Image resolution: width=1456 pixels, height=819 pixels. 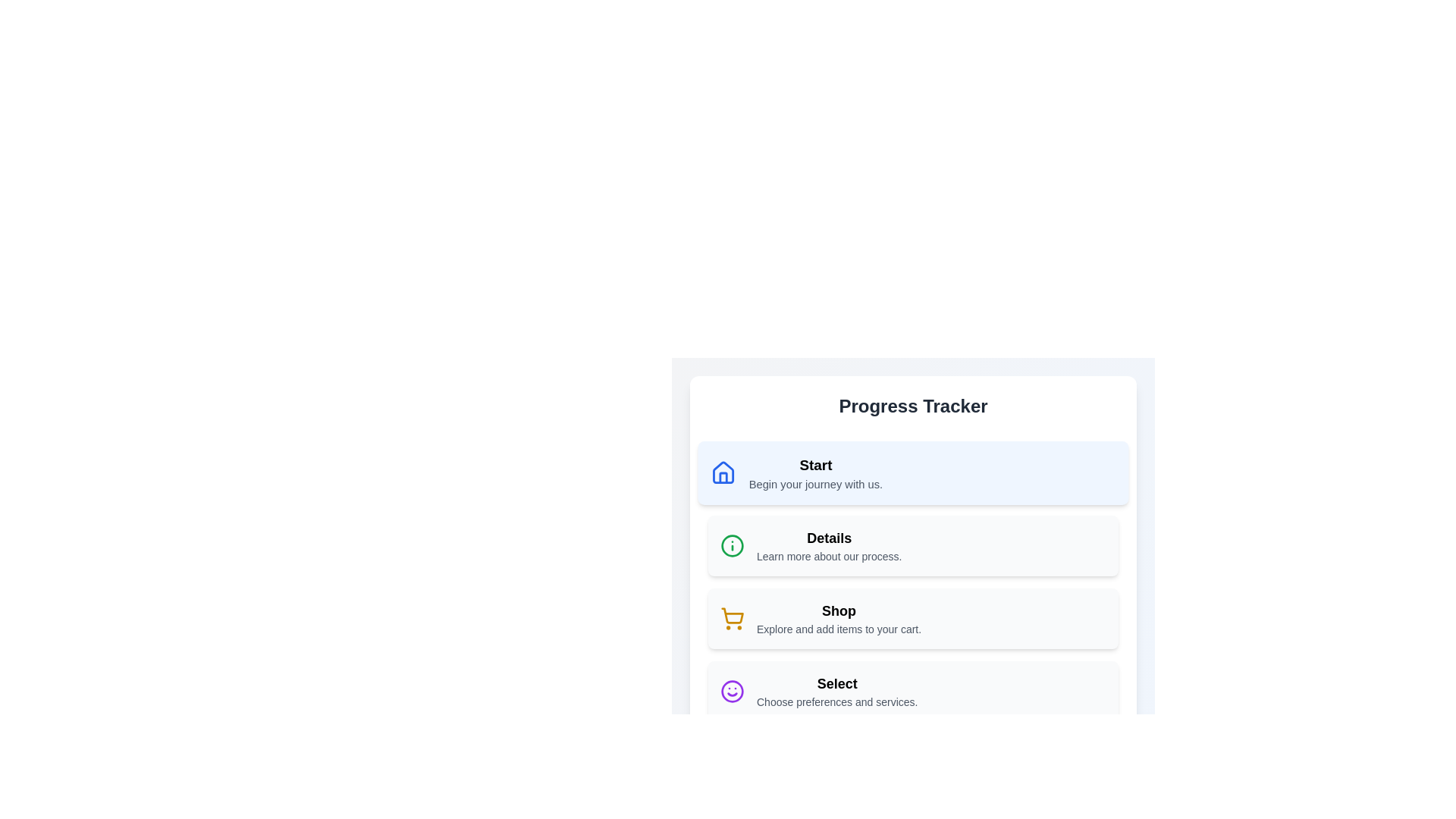 I want to click on the bold, black text label displaying 'Select', which is located in the fourth row of the Progress Tracker list, centered horizontally above the descriptive text, so click(x=836, y=684).